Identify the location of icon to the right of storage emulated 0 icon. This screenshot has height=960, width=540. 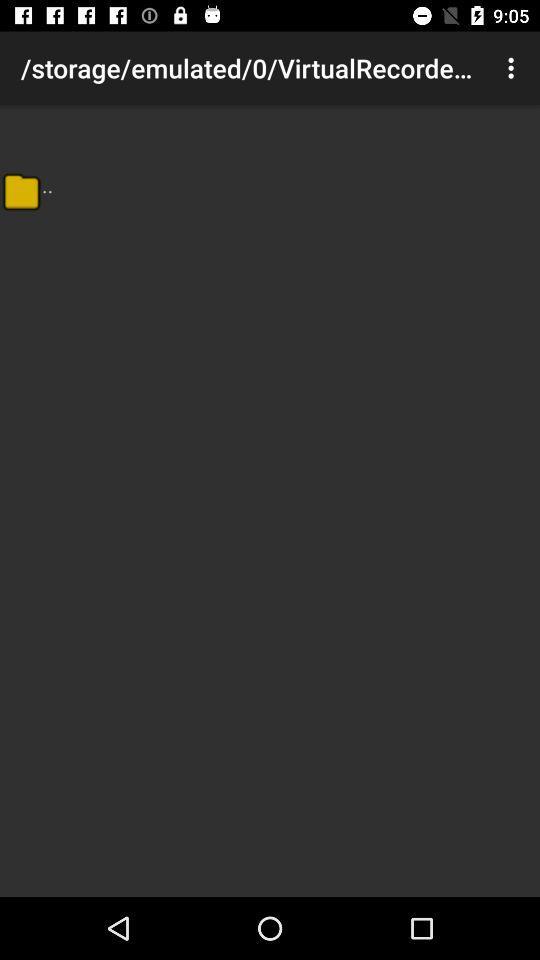
(513, 68).